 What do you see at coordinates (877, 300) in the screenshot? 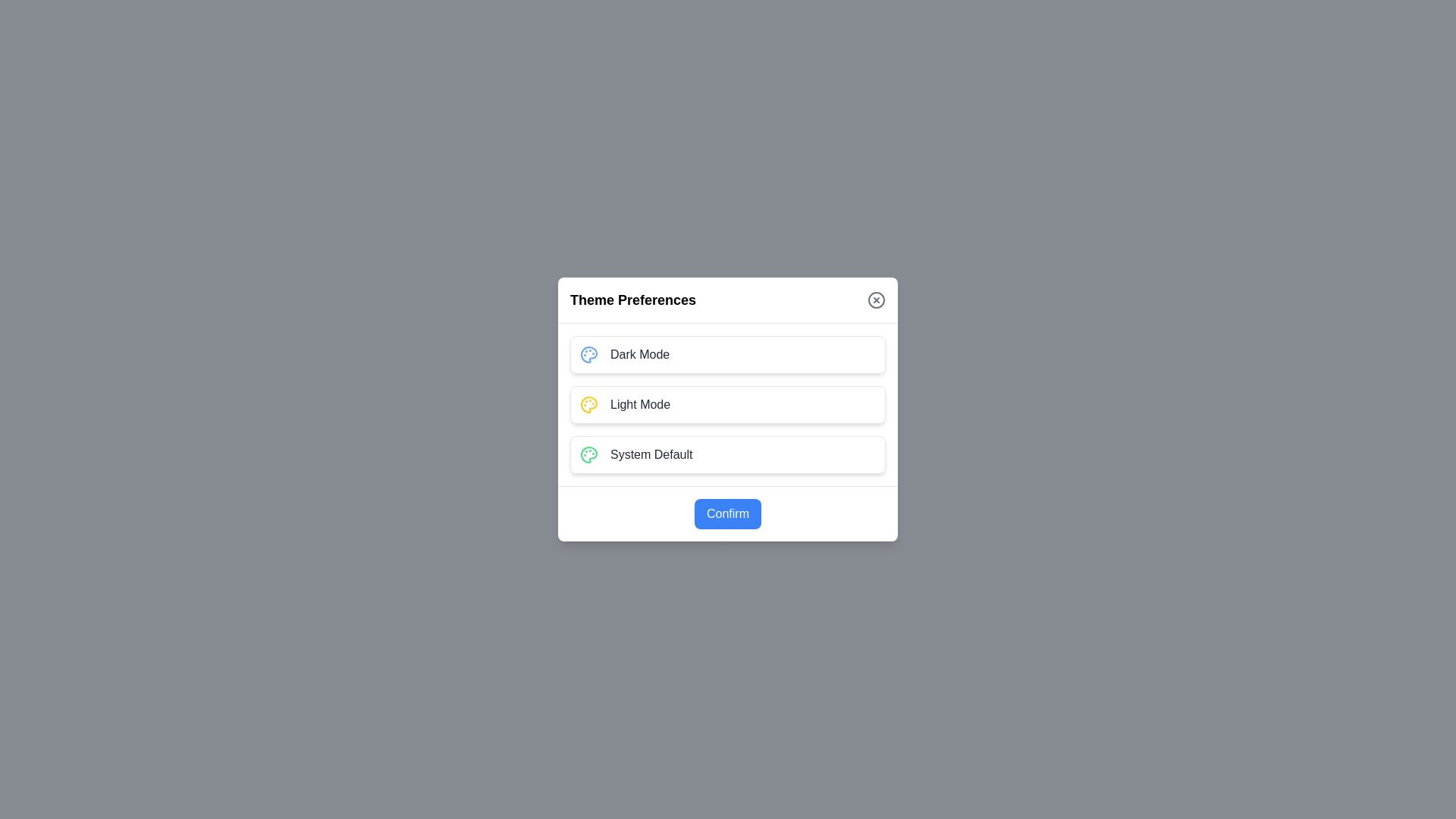
I see `close button to close the dialog` at bounding box center [877, 300].